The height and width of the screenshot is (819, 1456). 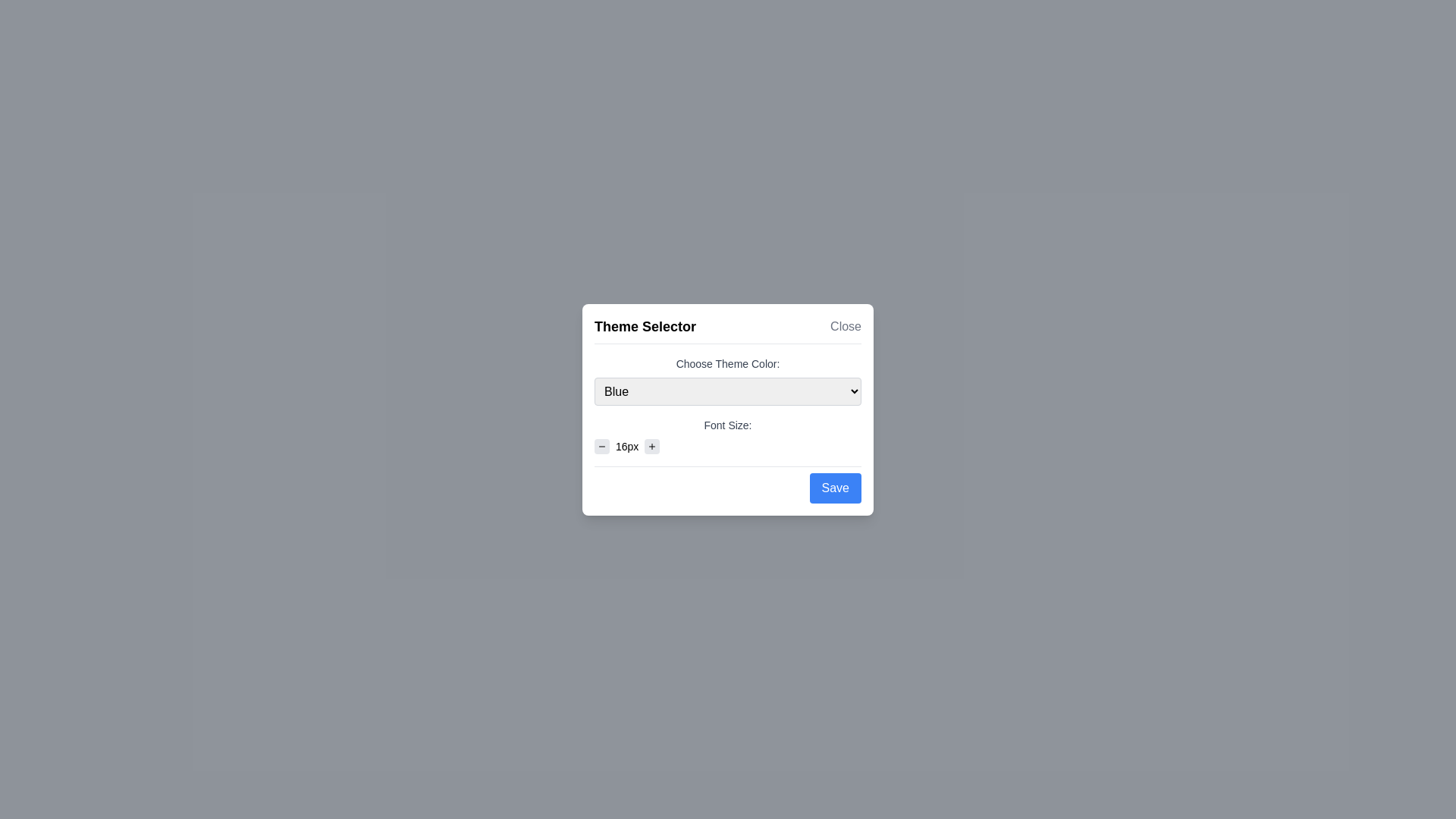 What do you see at coordinates (601, 445) in the screenshot?
I see `the rounded square icon button with a minus sign, located in the 'Font Size:' section of the 'Theme Selector' dialog box` at bounding box center [601, 445].